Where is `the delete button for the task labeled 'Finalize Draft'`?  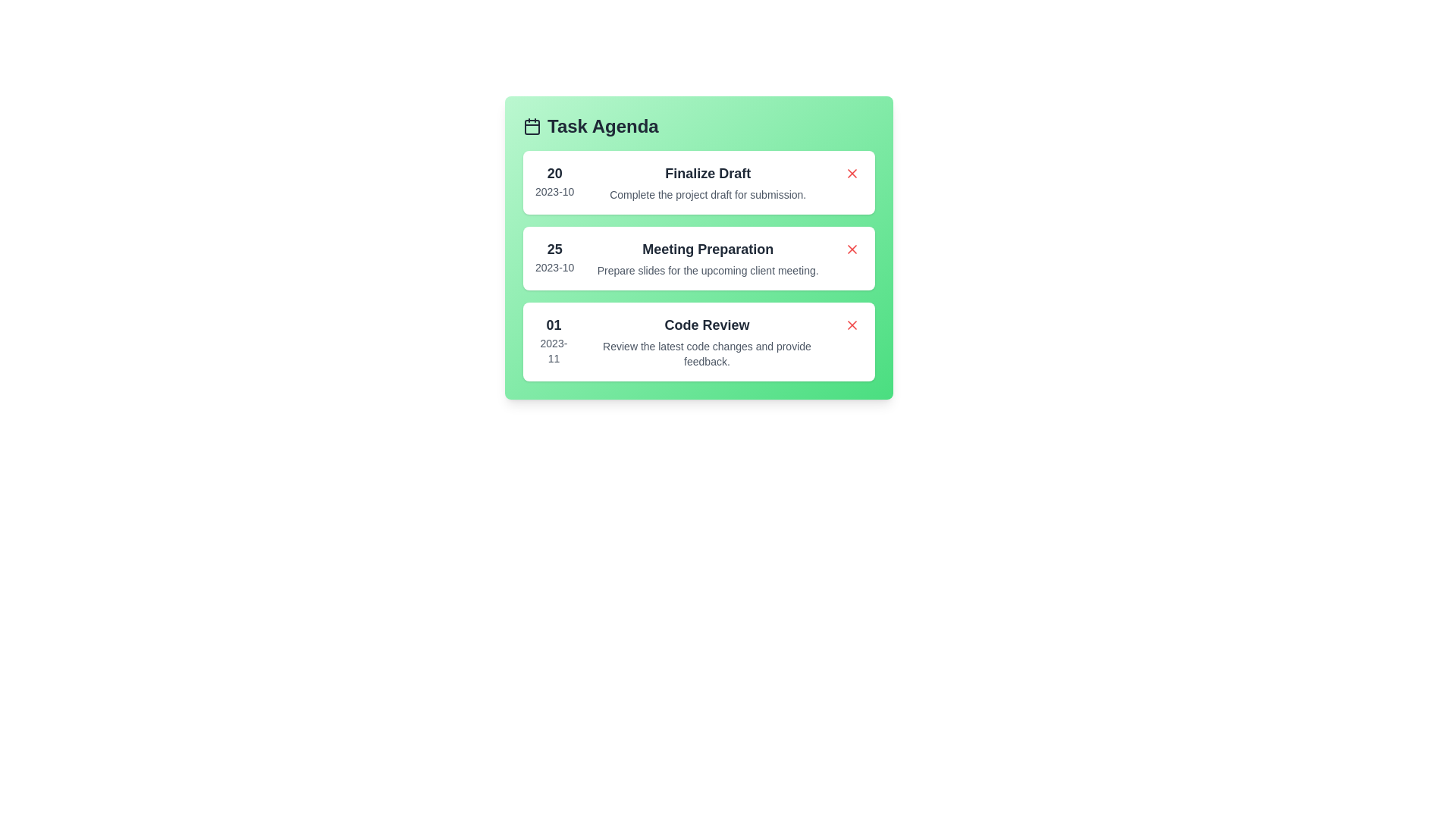 the delete button for the task labeled 'Finalize Draft' is located at coordinates (852, 172).